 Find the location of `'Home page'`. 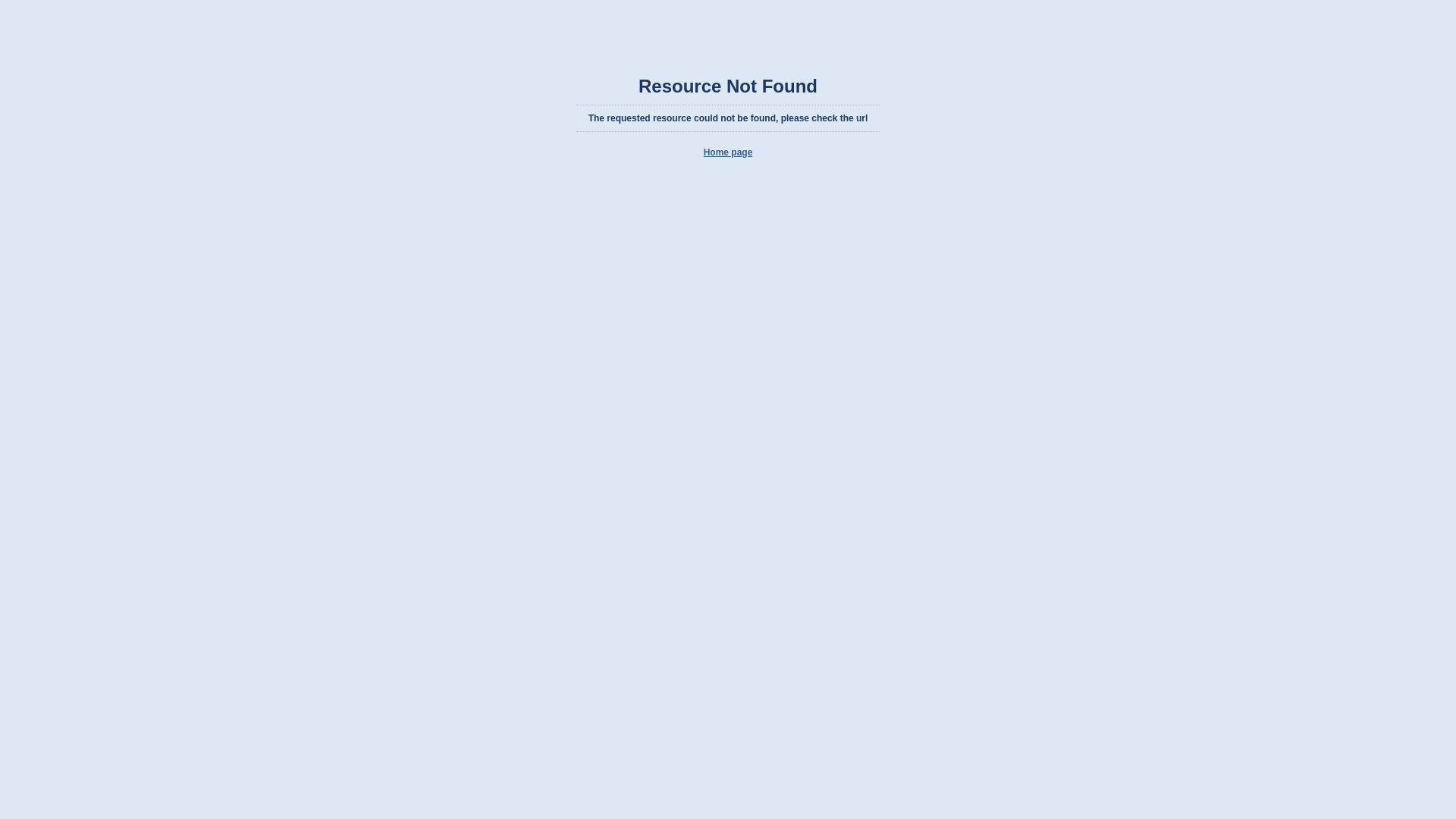

'Home page' is located at coordinates (728, 152).